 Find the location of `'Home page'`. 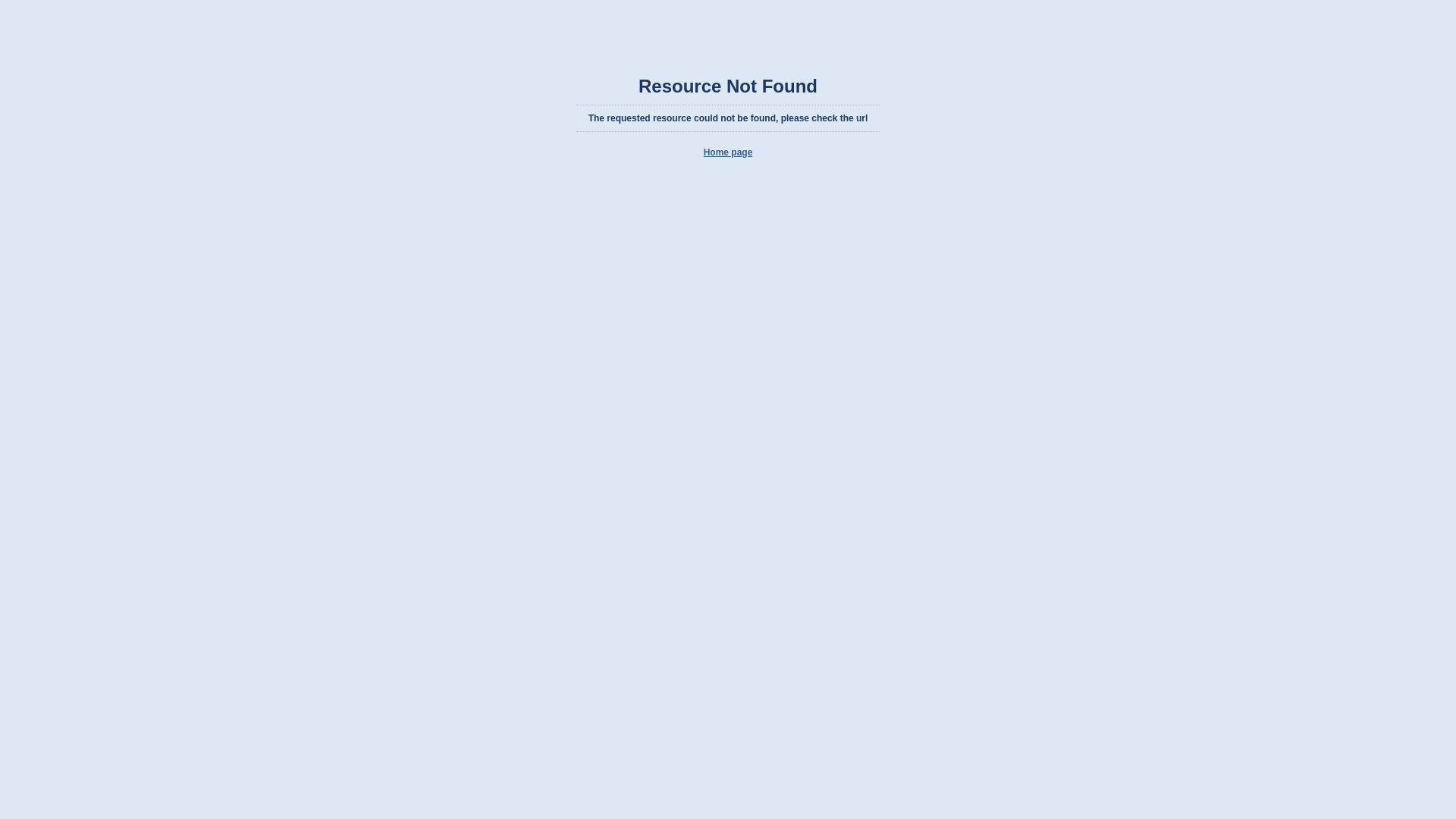

'Home page' is located at coordinates (728, 152).